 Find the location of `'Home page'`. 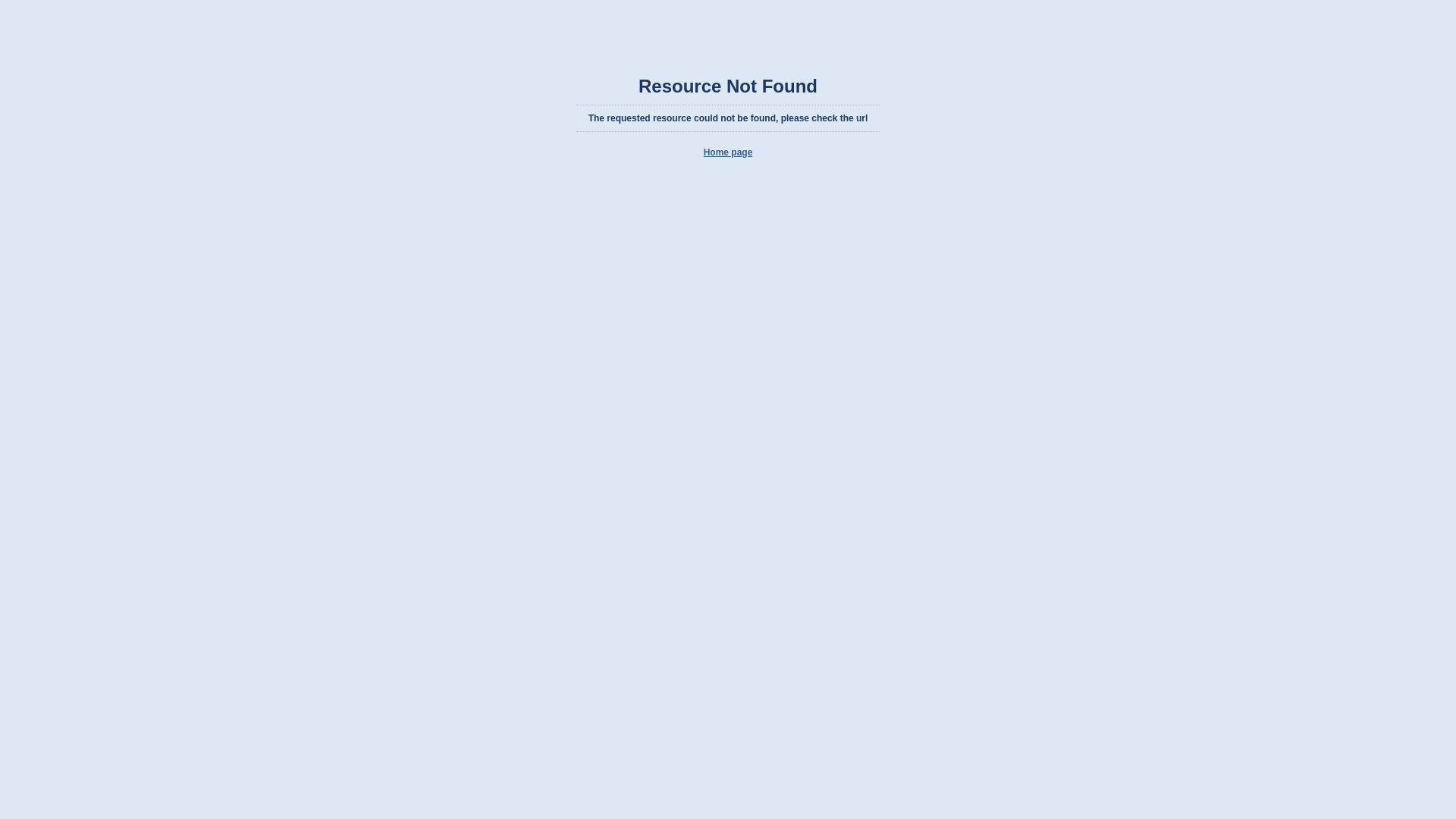

'Home page' is located at coordinates (728, 152).